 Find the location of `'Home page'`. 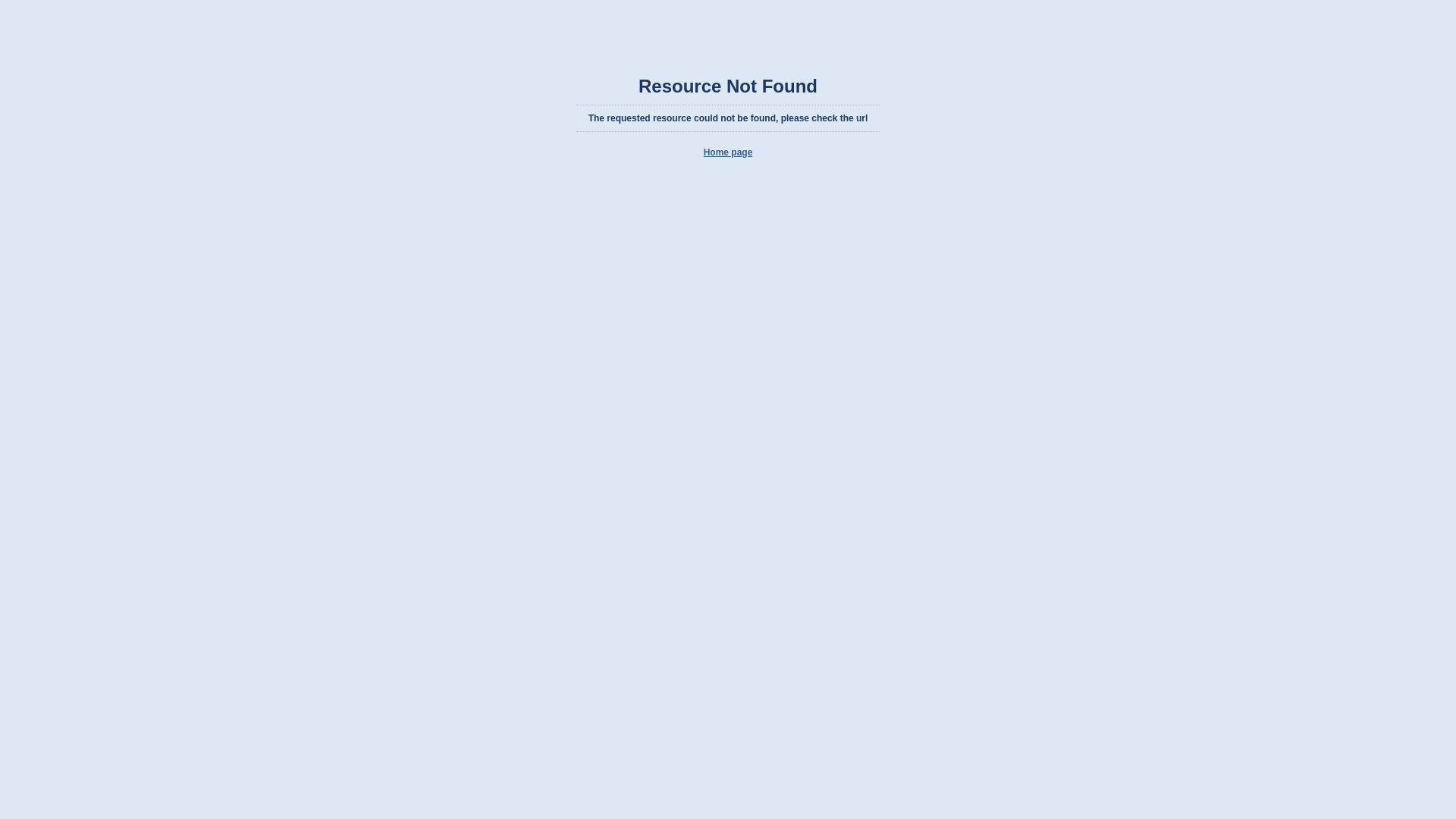

'Home page' is located at coordinates (728, 152).